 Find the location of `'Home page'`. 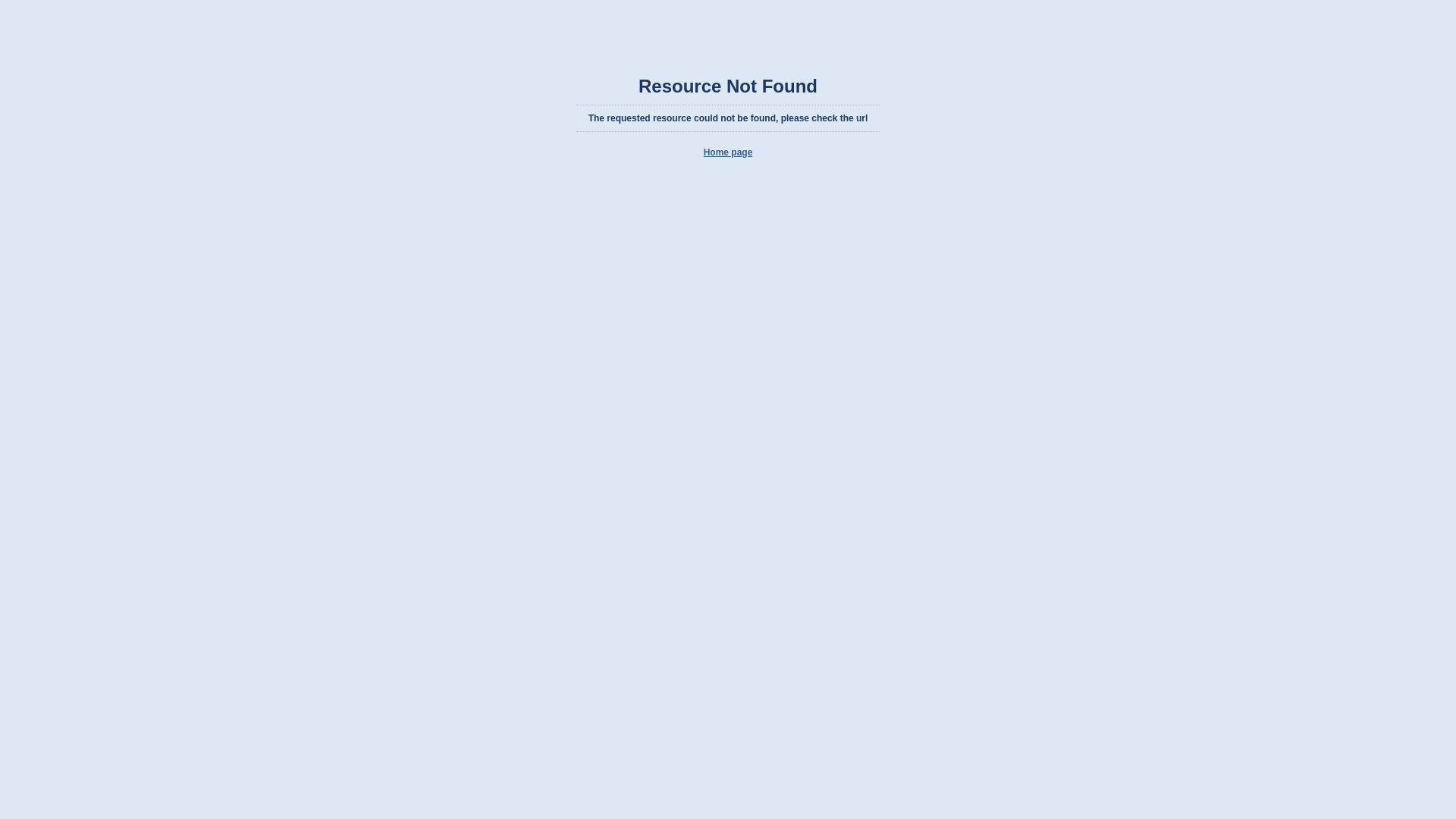

'Home page' is located at coordinates (728, 152).